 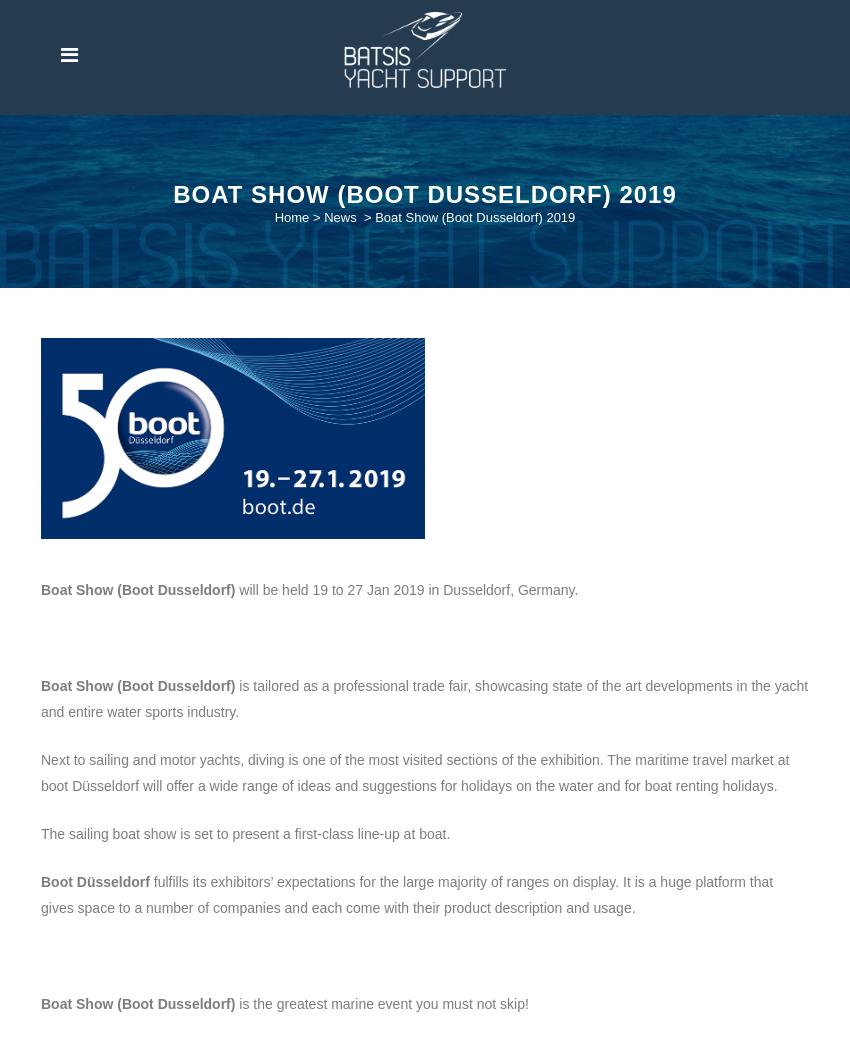 What do you see at coordinates (424, 697) in the screenshot?
I see `'is tailored as a professional trade fair, showcasing state of the art developments in the yacht and entire water sports industry.'` at bounding box center [424, 697].